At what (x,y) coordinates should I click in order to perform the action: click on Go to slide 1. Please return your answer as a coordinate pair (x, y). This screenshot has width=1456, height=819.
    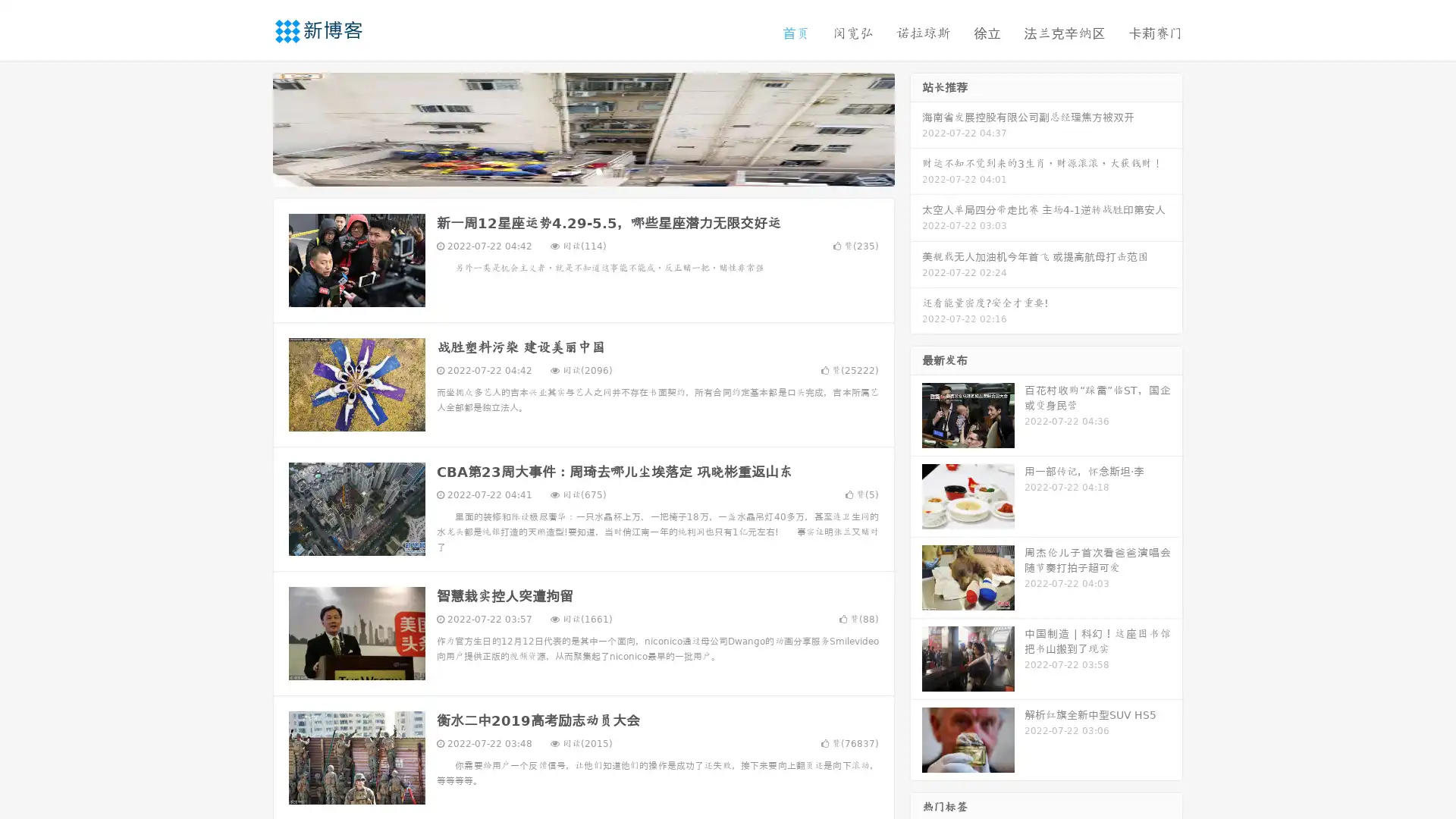
    Looking at the image, I should click on (567, 171).